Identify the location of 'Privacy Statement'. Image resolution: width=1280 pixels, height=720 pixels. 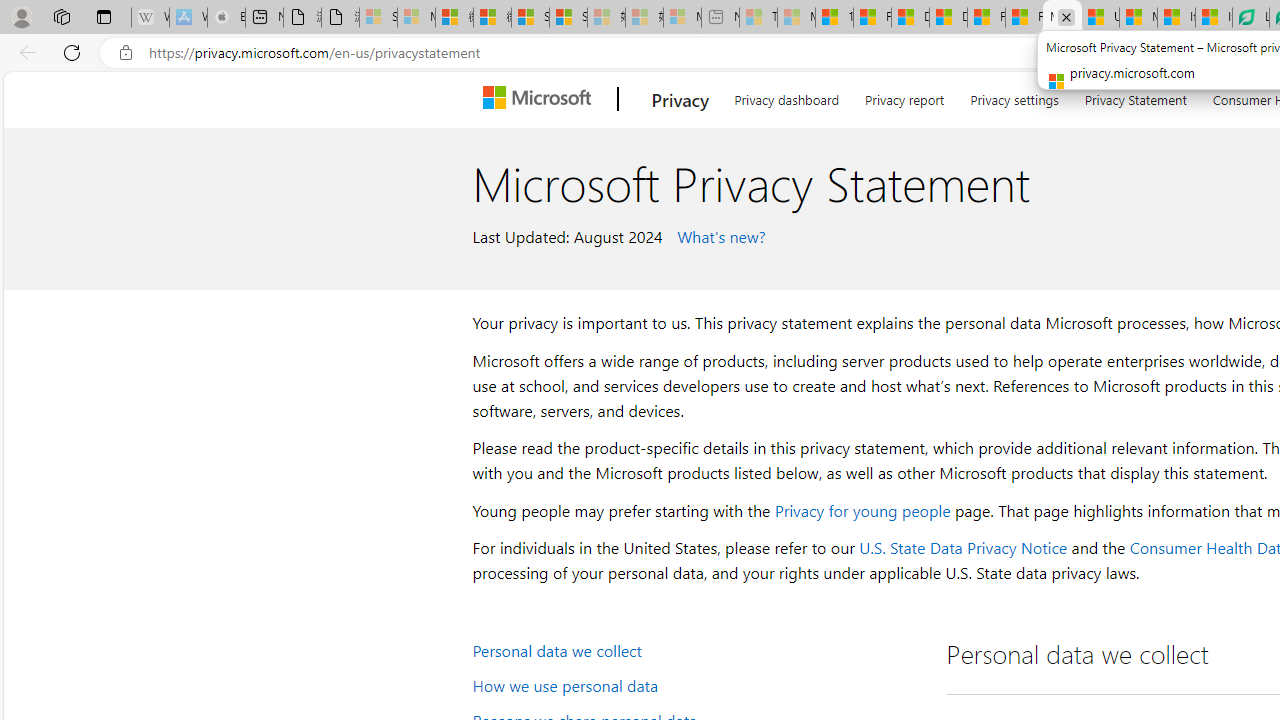
(1135, 96).